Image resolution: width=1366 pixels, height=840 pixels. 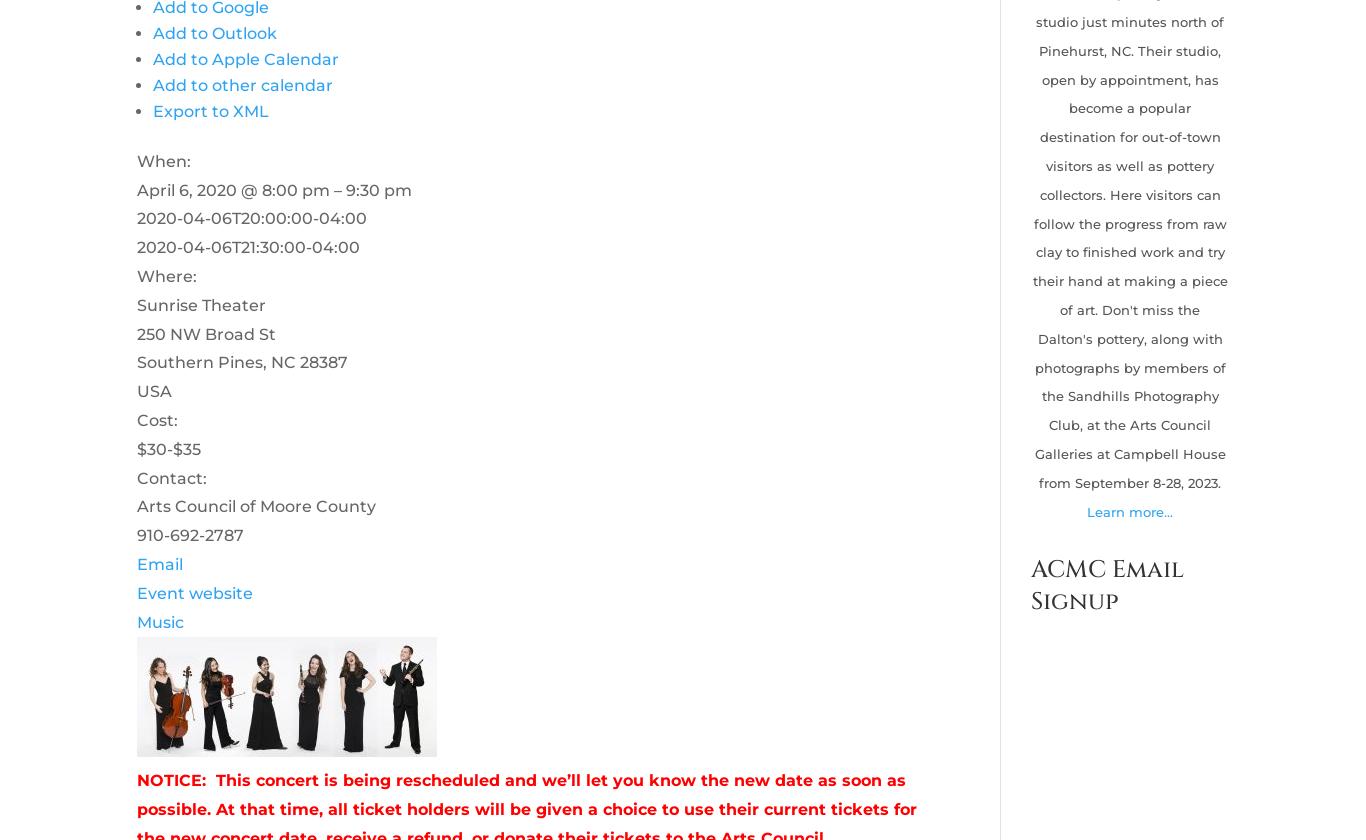 What do you see at coordinates (135, 391) in the screenshot?
I see `'USA'` at bounding box center [135, 391].